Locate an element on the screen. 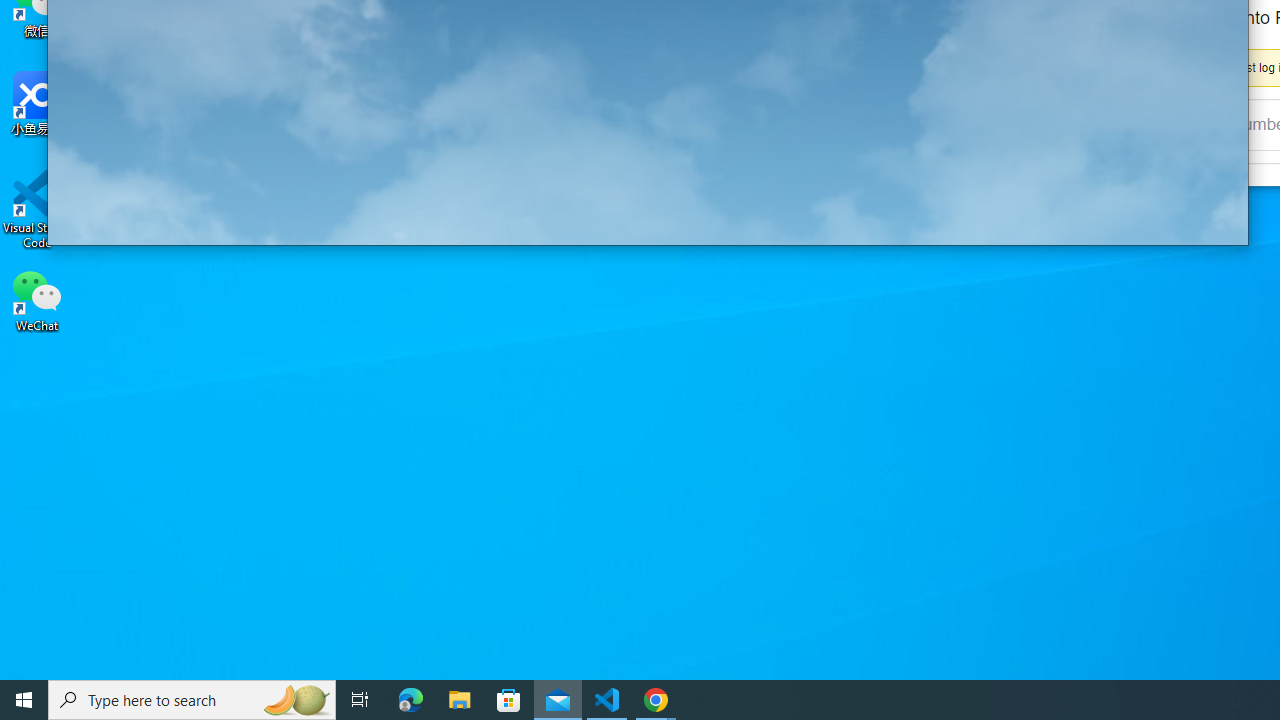  'Start' is located at coordinates (24, 698).